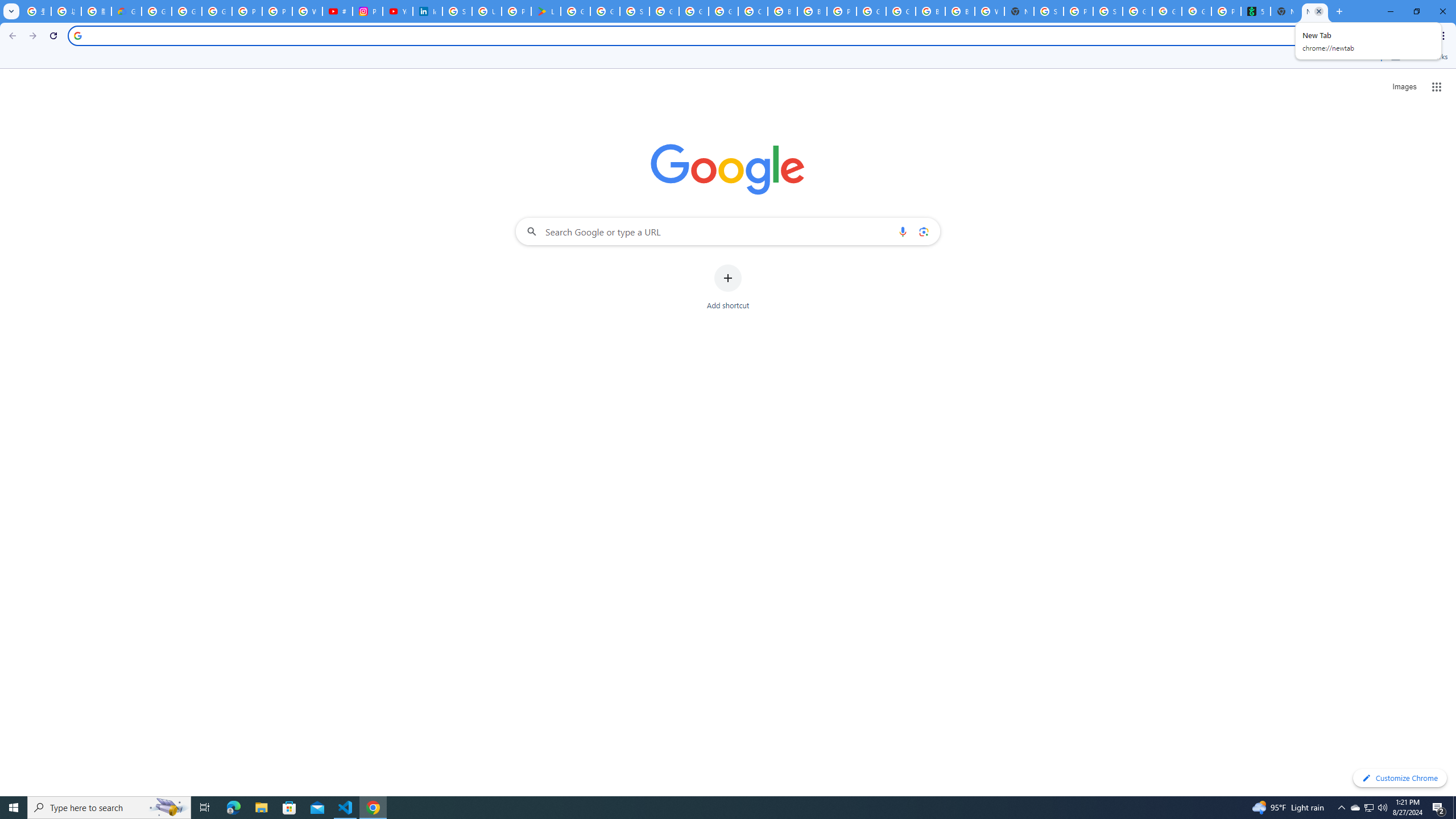  I want to click on 'Customize Chrome', so click(1400, 777).